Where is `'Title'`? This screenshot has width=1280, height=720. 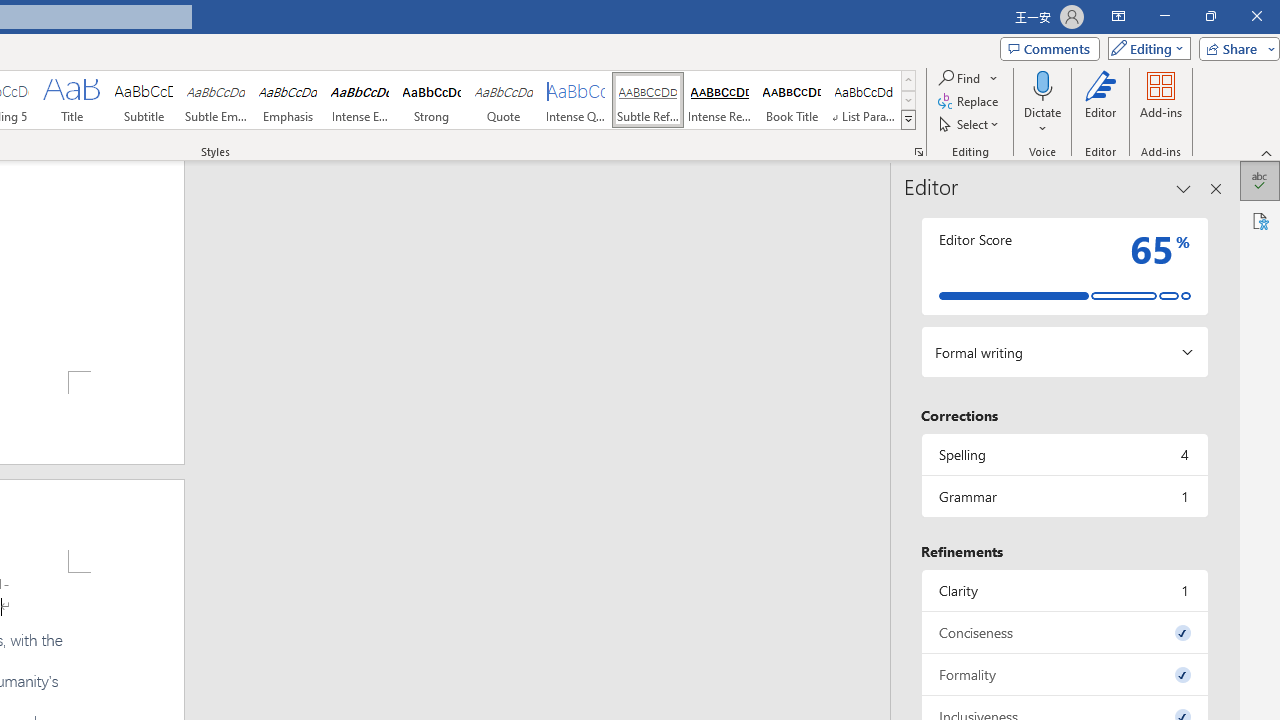
'Title' is located at coordinates (71, 100).